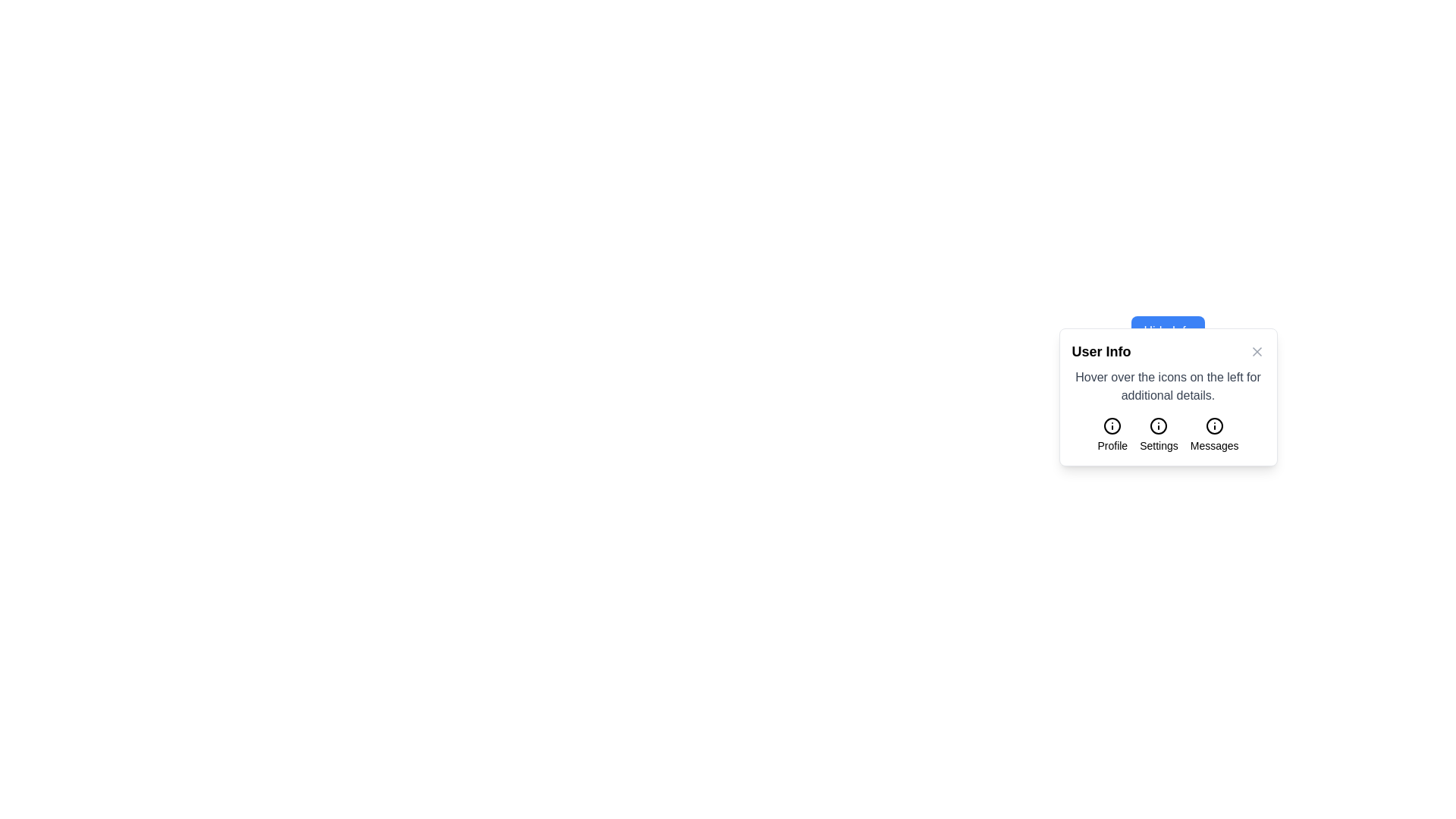  What do you see at coordinates (1214, 426) in the screenshot?
I see `the SVG circle element with a black outline, located centrally within the information icon under the label 'Messages'` at bounding box center [1214, 426].